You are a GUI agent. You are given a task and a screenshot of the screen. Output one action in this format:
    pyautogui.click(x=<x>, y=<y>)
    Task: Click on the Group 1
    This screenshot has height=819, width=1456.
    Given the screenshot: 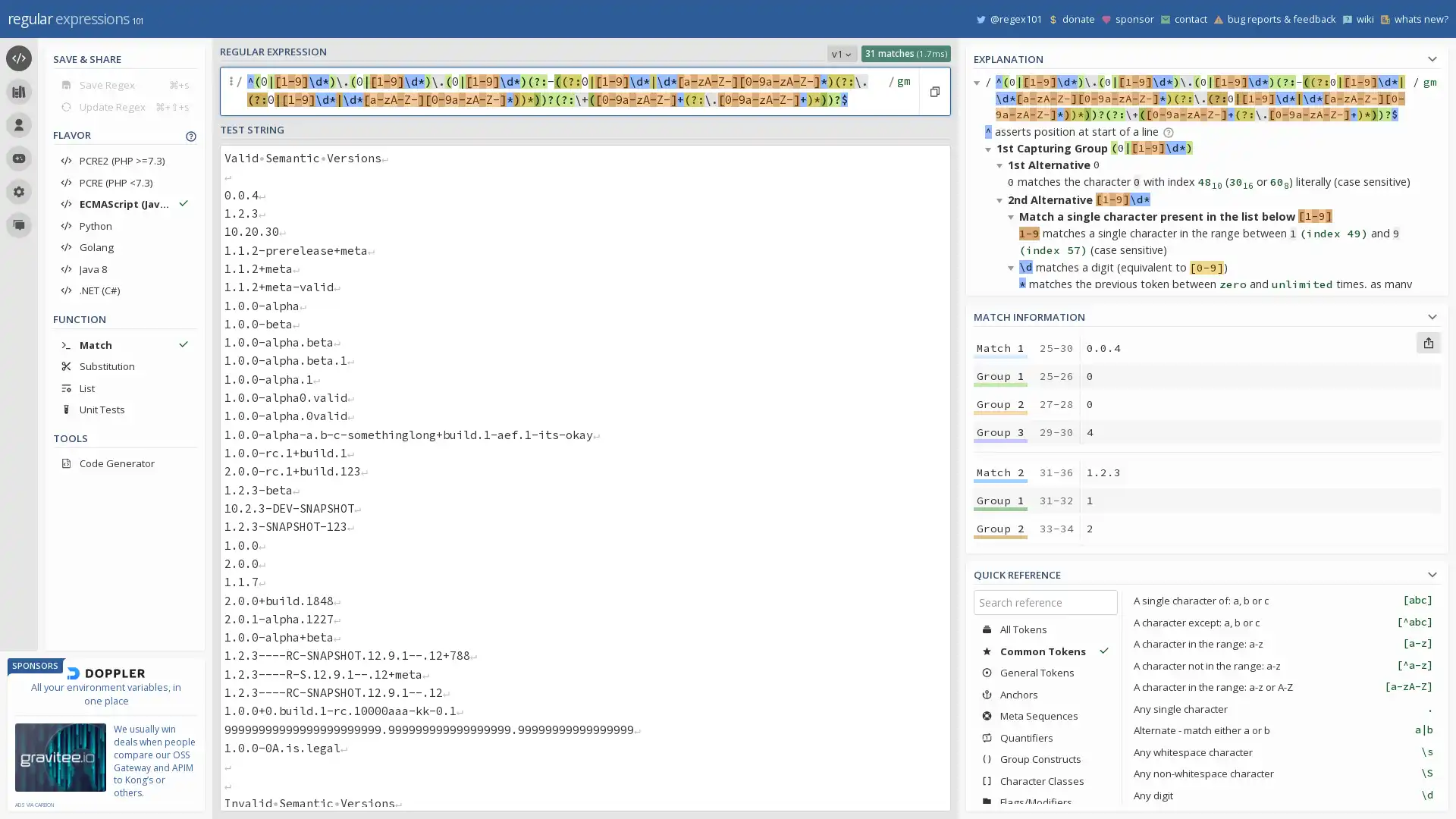 What is the action you would take?
    pyautogui.click(x=1000, y=625)
    